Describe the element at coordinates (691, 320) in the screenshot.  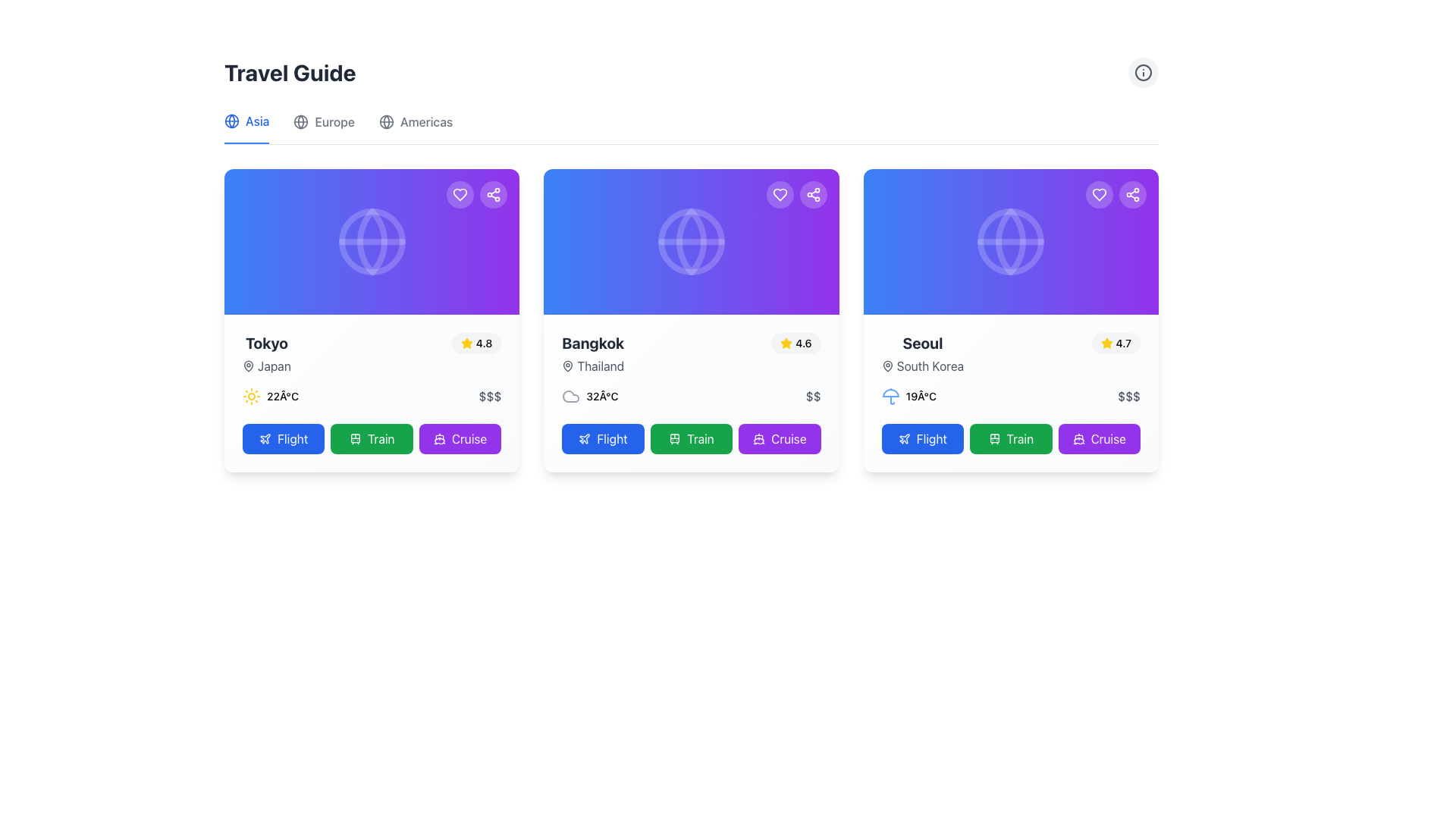
I see `the Train button on the Bangkok travel card, which is located between the Tokyo and Seoul cards in the Travel Guide section` at that location.